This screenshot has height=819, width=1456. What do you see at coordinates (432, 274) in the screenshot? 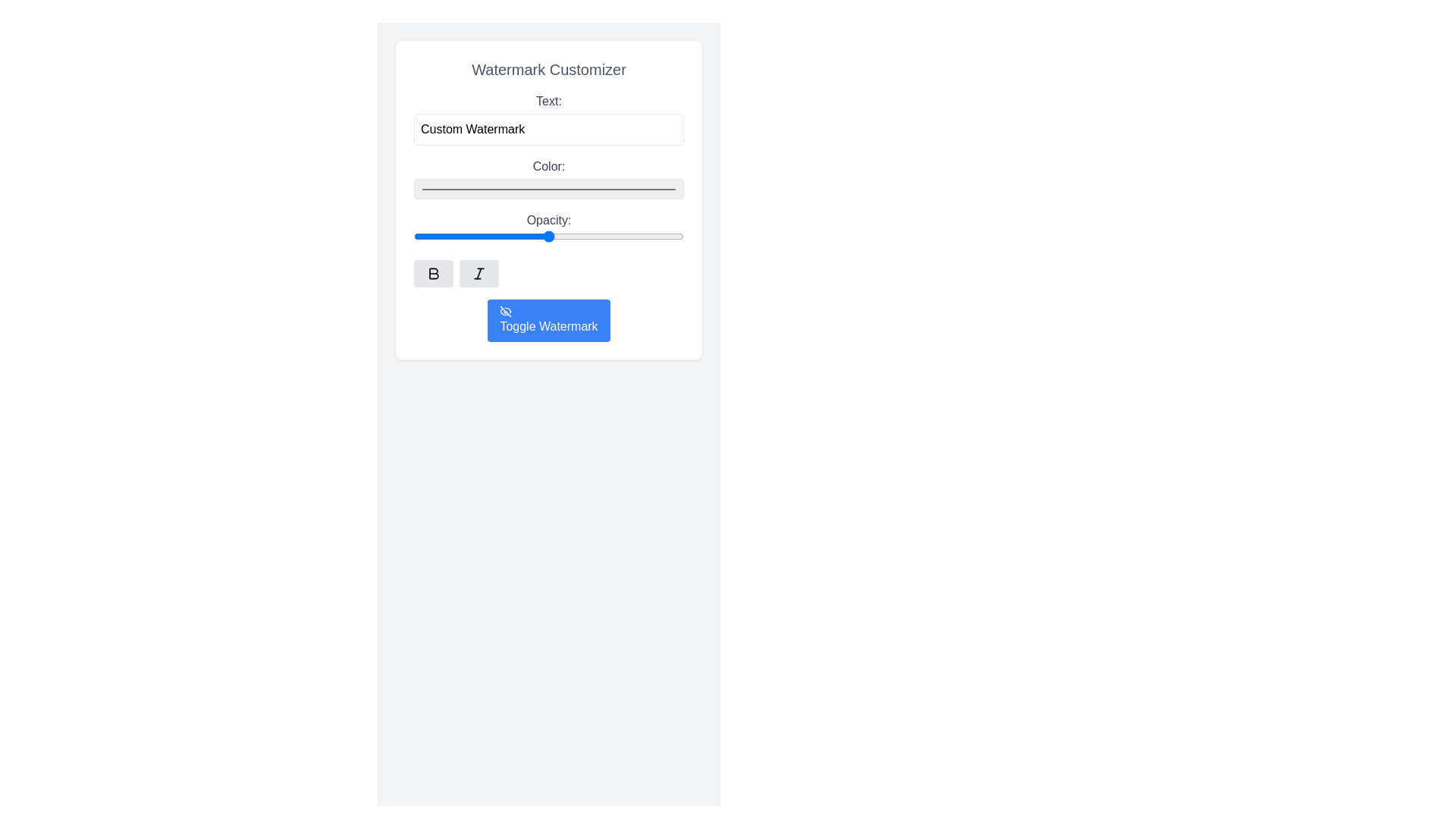
I see `the bold formatting button located on the left side of the formatting buttons group` at bounding box center [432, 274].